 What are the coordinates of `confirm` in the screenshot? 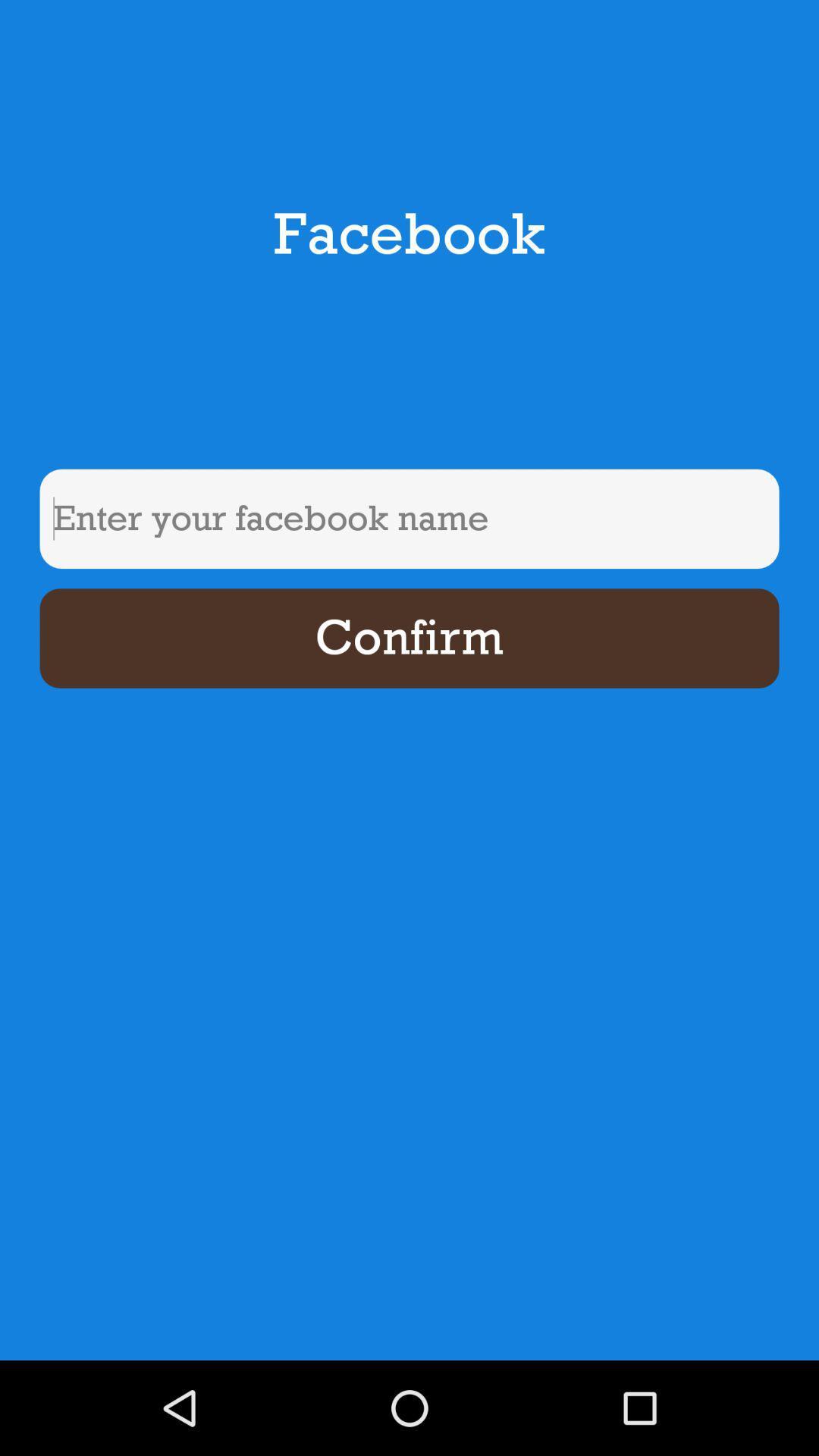 It's located at (409, 638).